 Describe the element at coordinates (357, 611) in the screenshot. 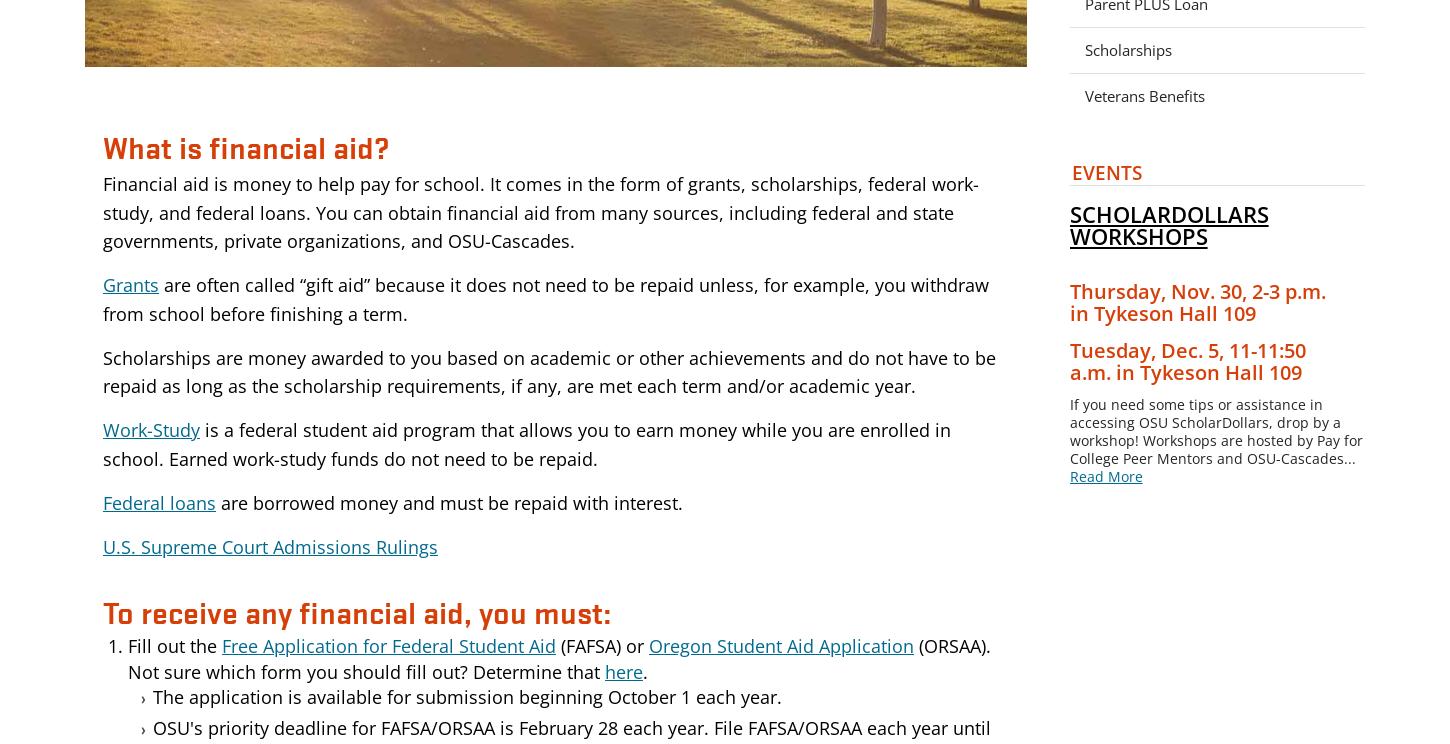

I see `'To receive any financial aid, you must:'` at that location.